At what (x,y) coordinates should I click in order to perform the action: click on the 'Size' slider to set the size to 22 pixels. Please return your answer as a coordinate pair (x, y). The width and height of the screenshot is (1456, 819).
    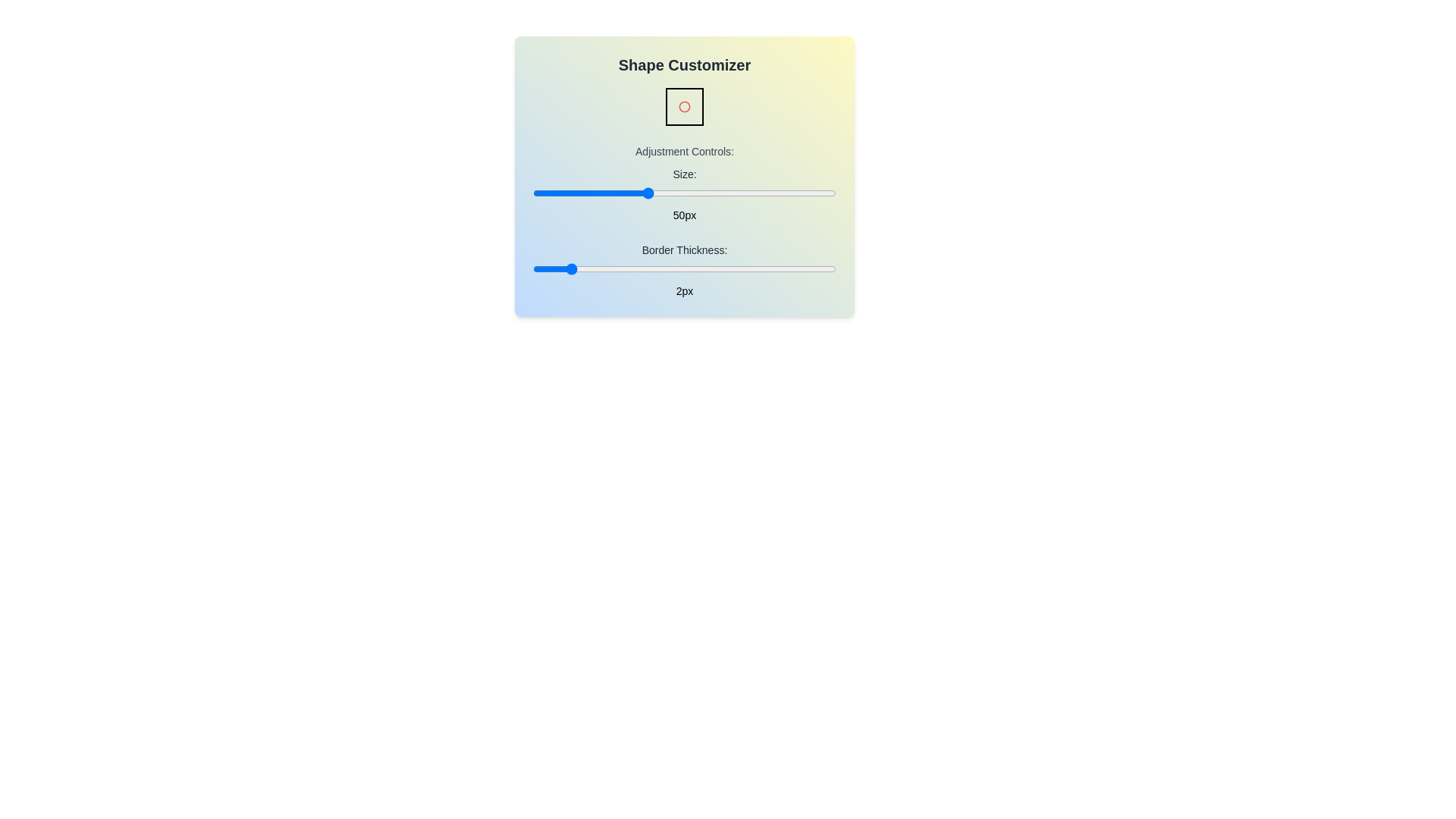
    Looking at the image, I should click on (541, 192).